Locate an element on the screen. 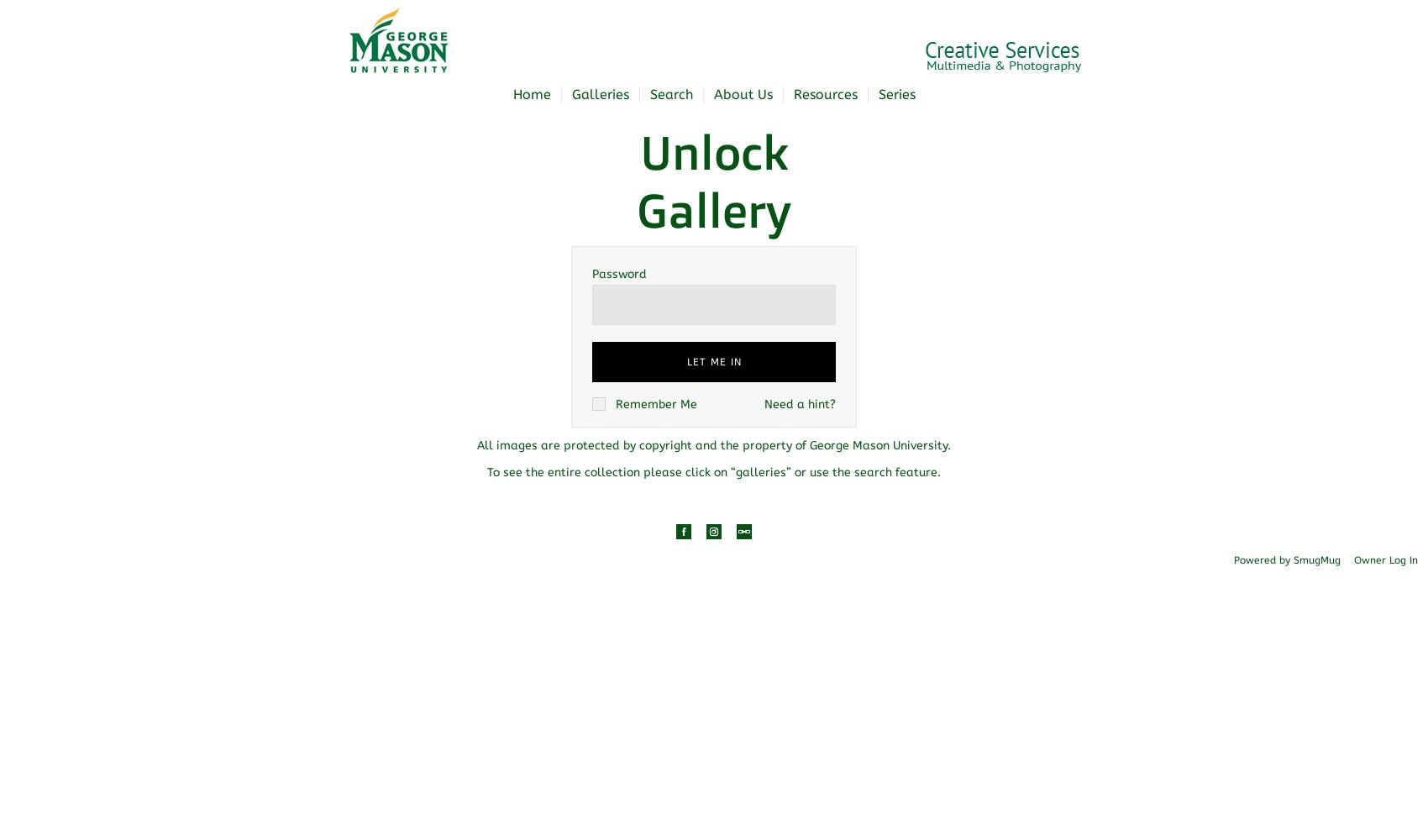 This screenshot has height=840, width=1428. 'Series' is located at coordinates (895, 93).